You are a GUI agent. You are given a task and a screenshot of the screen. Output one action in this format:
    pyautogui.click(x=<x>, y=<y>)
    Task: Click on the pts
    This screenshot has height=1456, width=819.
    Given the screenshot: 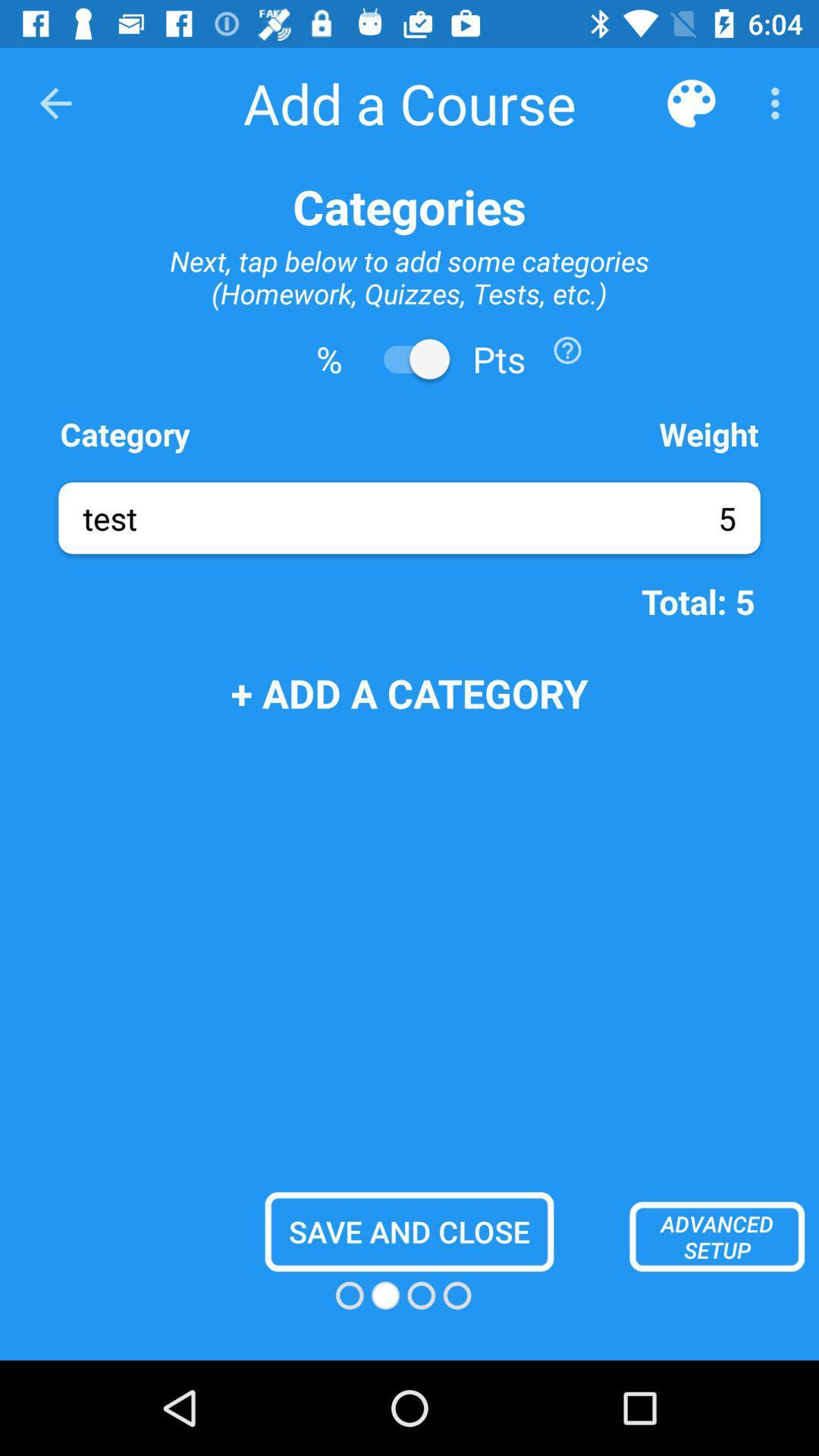 What is the action you would take?
    pyautogui.click(x=409, y=358)
    